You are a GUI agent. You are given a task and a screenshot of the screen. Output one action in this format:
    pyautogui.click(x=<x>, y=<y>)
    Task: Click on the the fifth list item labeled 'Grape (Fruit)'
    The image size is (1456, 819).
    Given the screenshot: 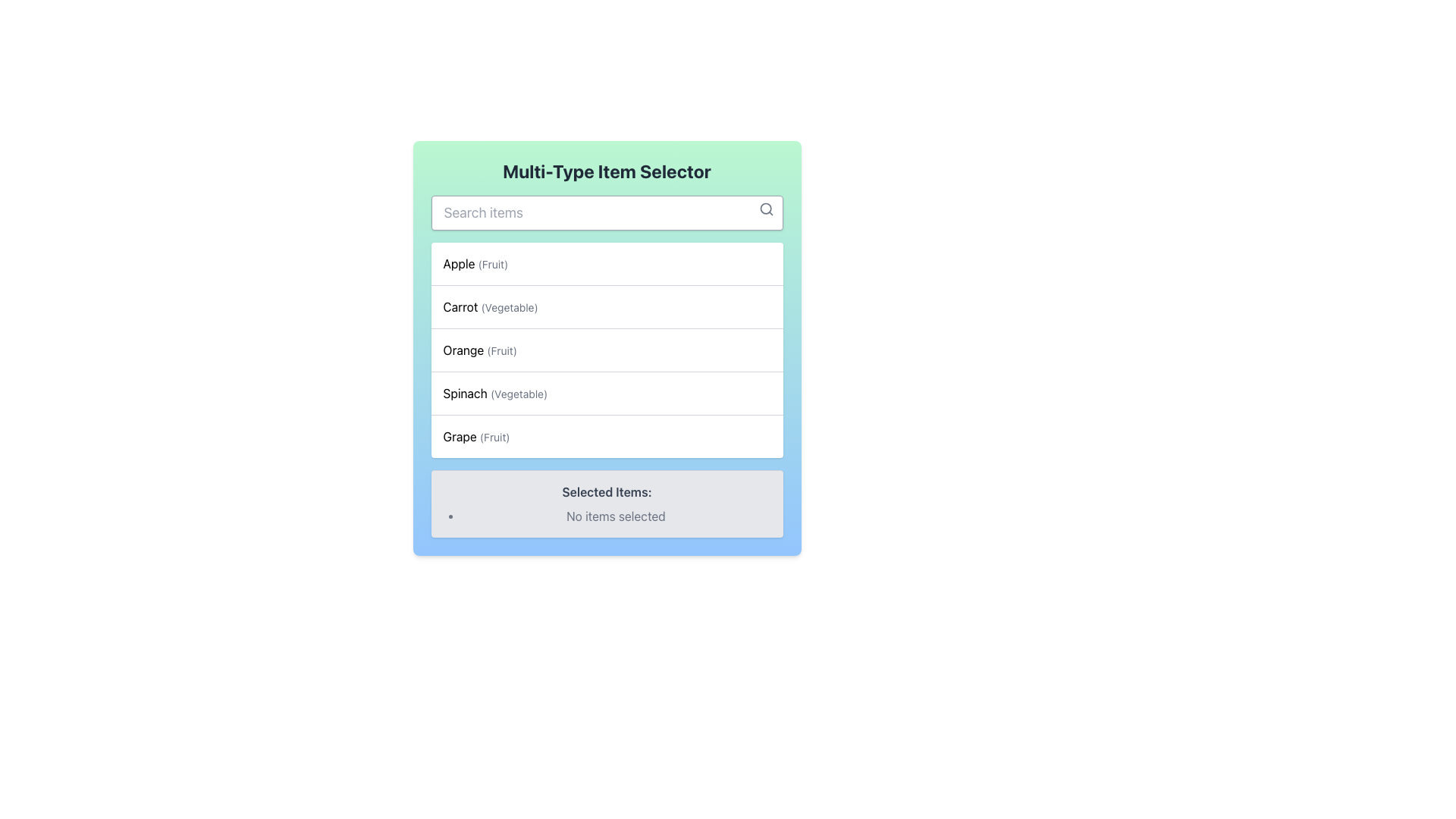 What is the action you would take?
    pyautogui.click(x=607, y=436)
    